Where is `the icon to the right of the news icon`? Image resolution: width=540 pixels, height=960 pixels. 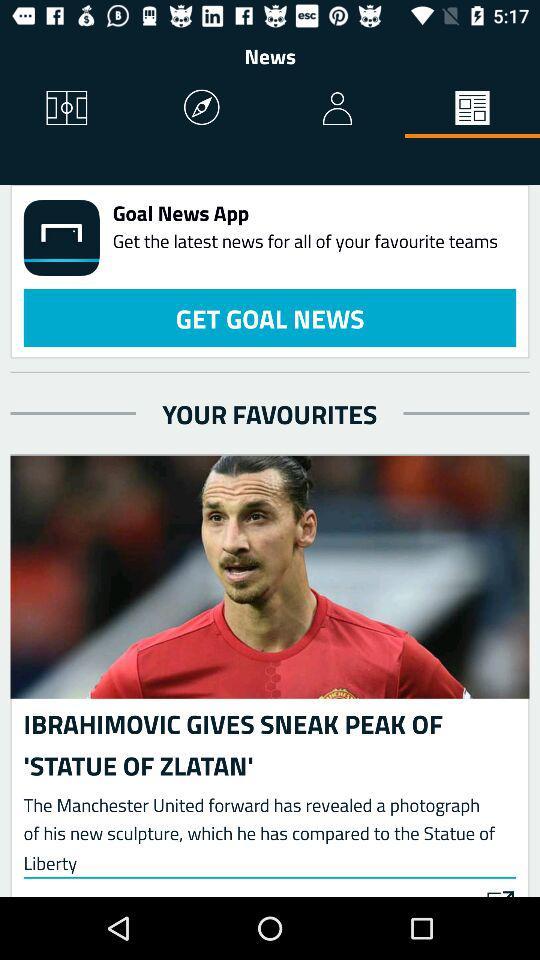 the icon to the right of the news icon is located at coordinates (472, 109).